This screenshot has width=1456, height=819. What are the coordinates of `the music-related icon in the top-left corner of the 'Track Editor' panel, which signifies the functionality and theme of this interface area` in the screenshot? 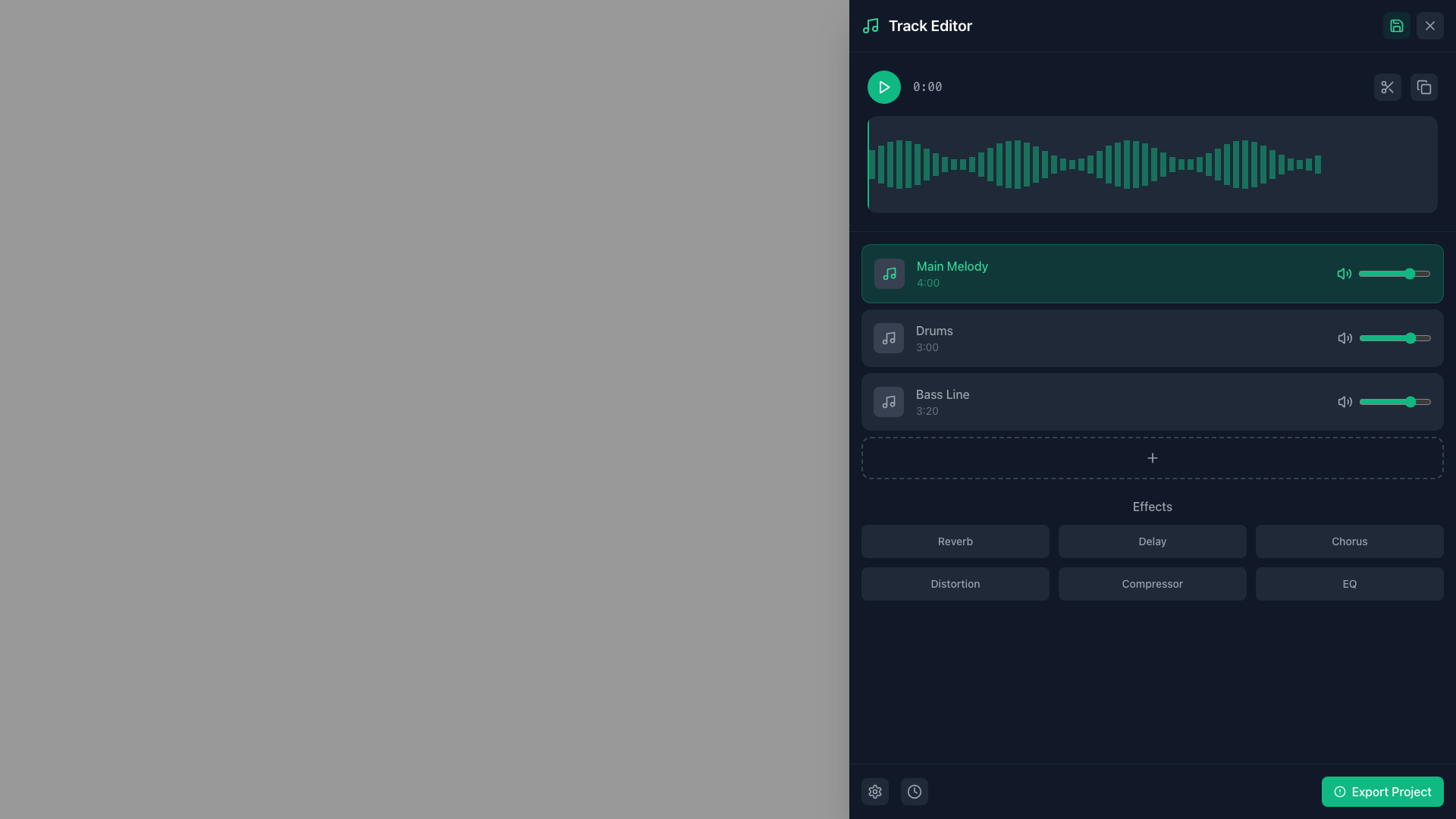 It's located at (873, 24).